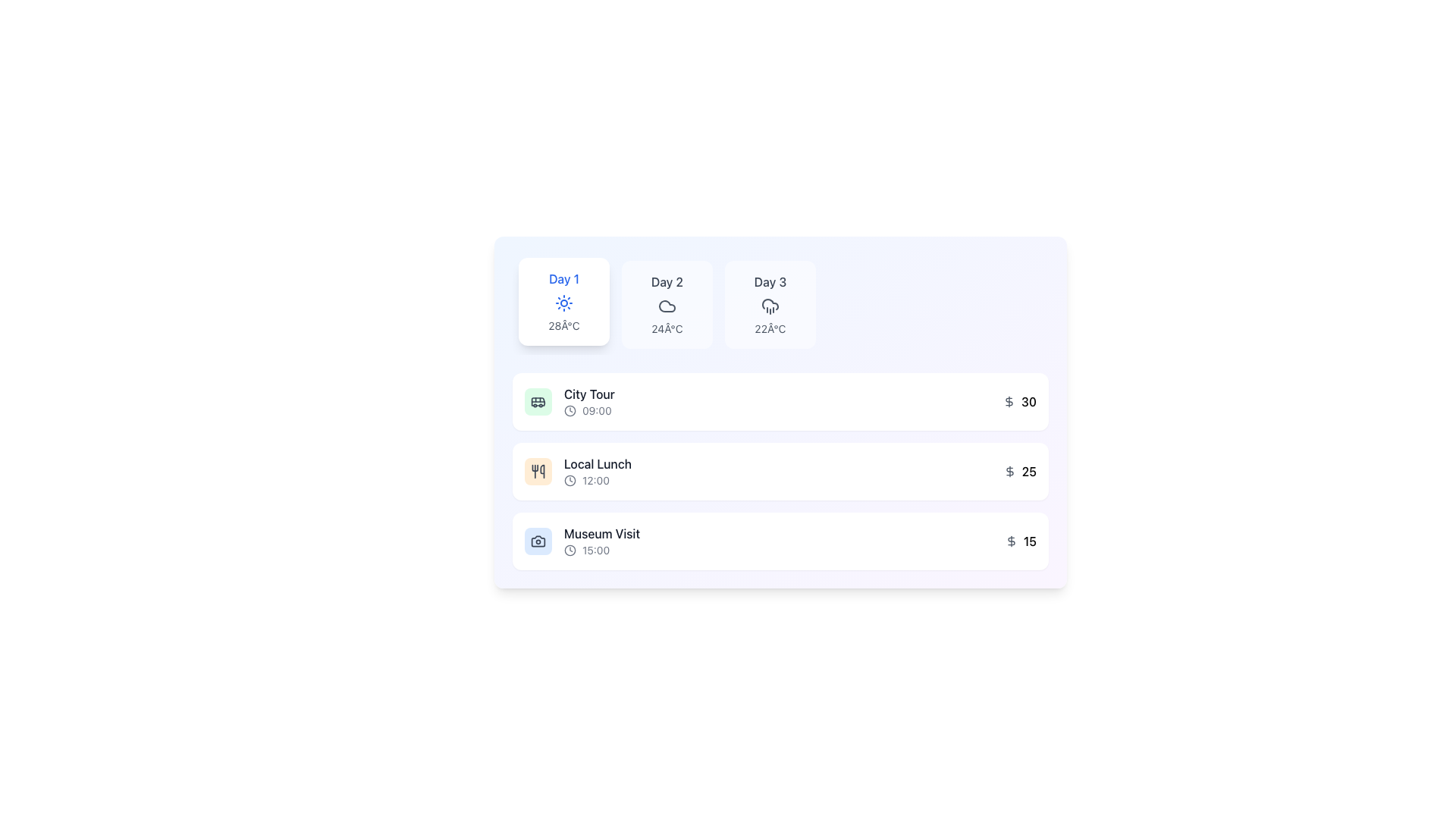 The height and width of the screenshot is (819, 1456). I want to click on the 'Local Lunch' schedule item in the list, so click(780, 470).